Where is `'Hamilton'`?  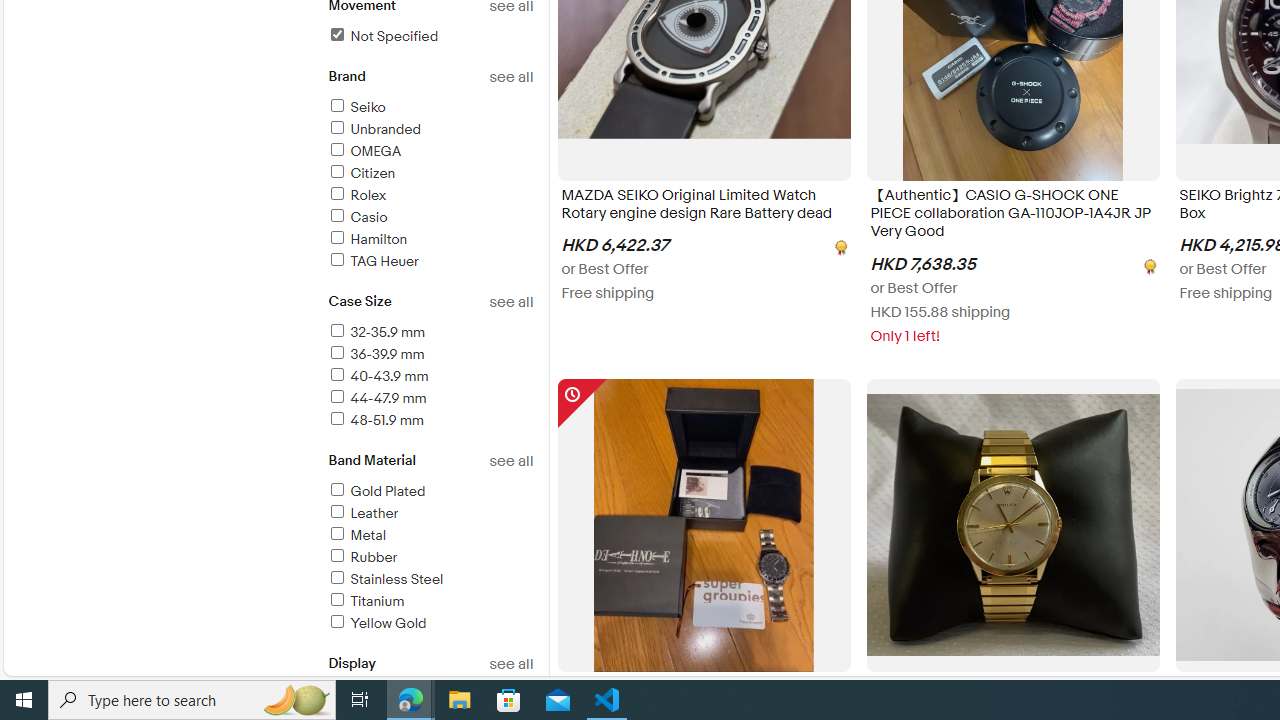
'Hamilton' is located at coordinates (367, 238).